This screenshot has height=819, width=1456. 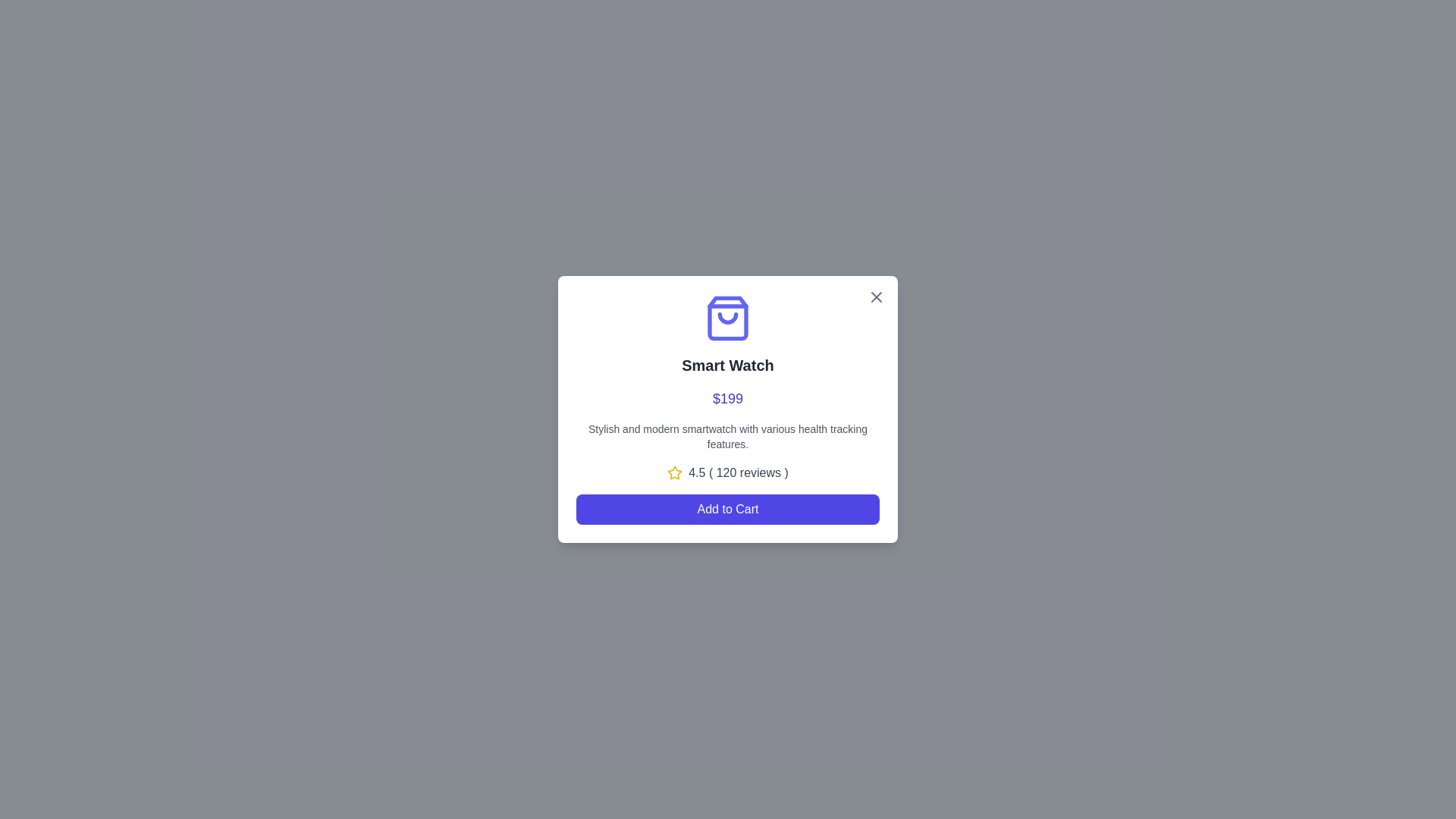 What do you see at coordinates (728, 436) in the screenshot?
I see `text content located in the center of the pop-up interface, directly below the price '$199' and above the rating section '4.5 ( 120 reviews )'` at bounding box center [728, 436].